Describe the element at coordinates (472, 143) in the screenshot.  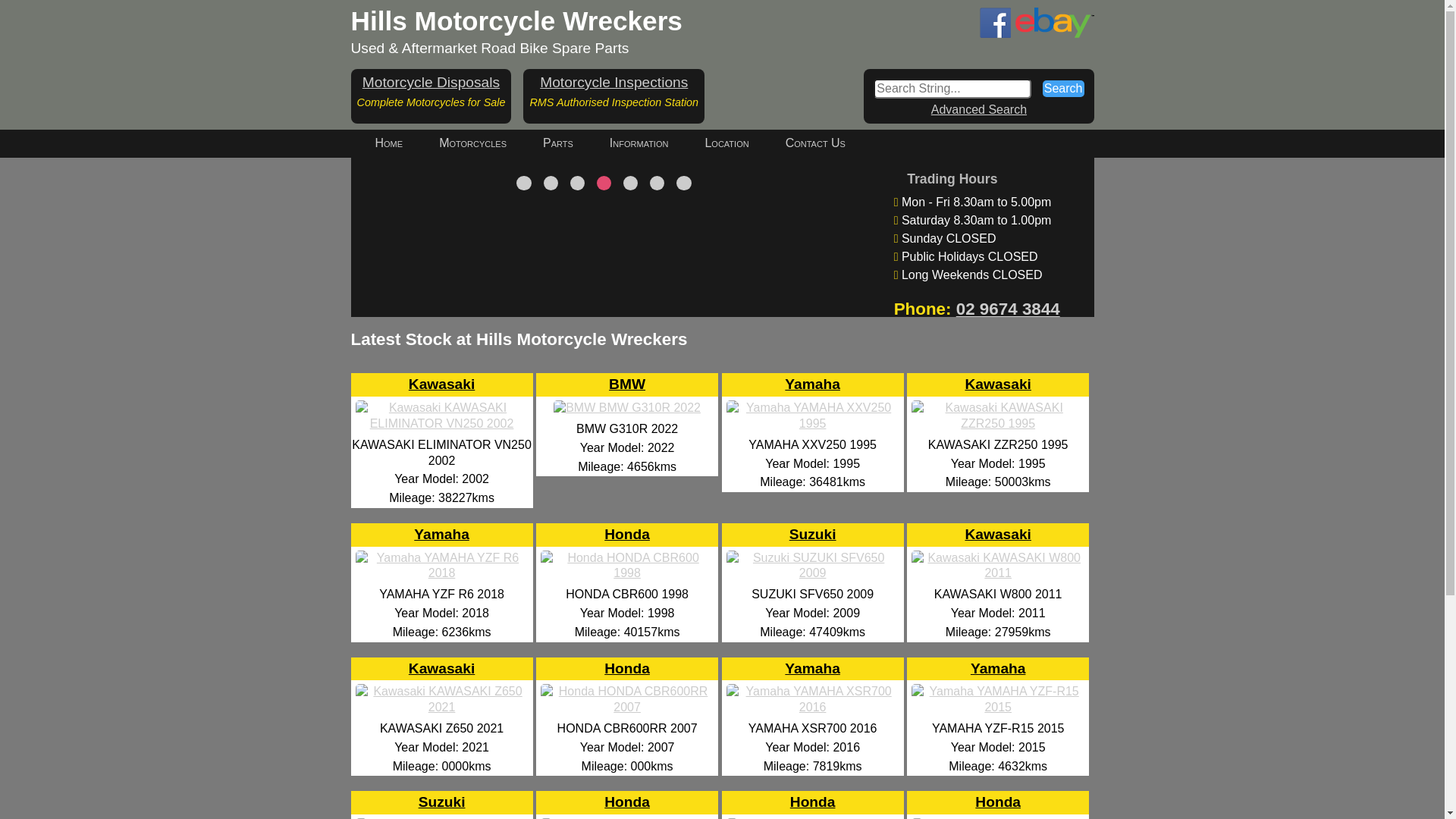
I see `'Motorcycles'` at that location.